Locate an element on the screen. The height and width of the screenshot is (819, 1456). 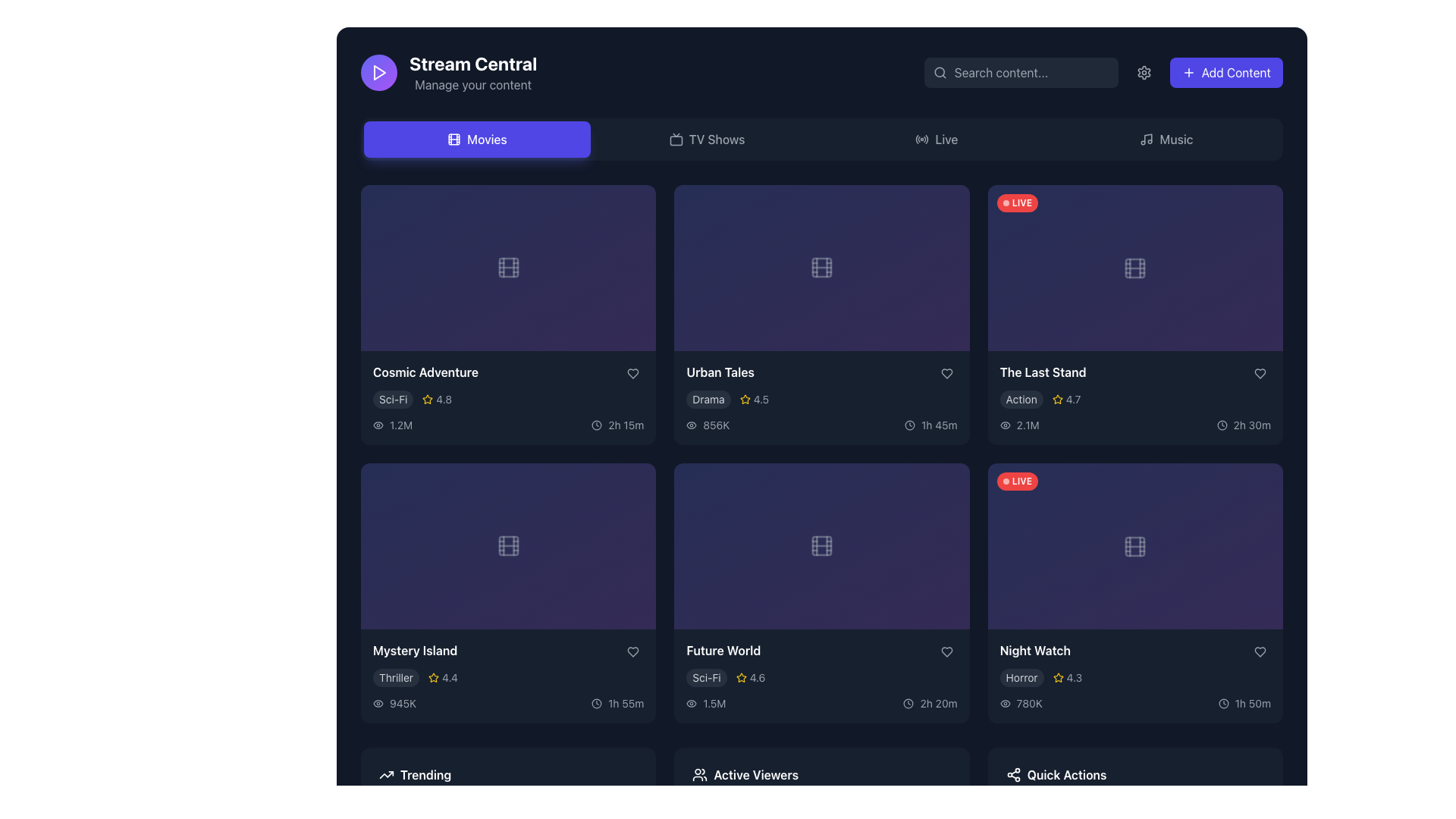
the gear-shaped settings icon located in the top-right corner of the interface, adjacent to the 'Add Content' button is located at coordinates (1144, 73).